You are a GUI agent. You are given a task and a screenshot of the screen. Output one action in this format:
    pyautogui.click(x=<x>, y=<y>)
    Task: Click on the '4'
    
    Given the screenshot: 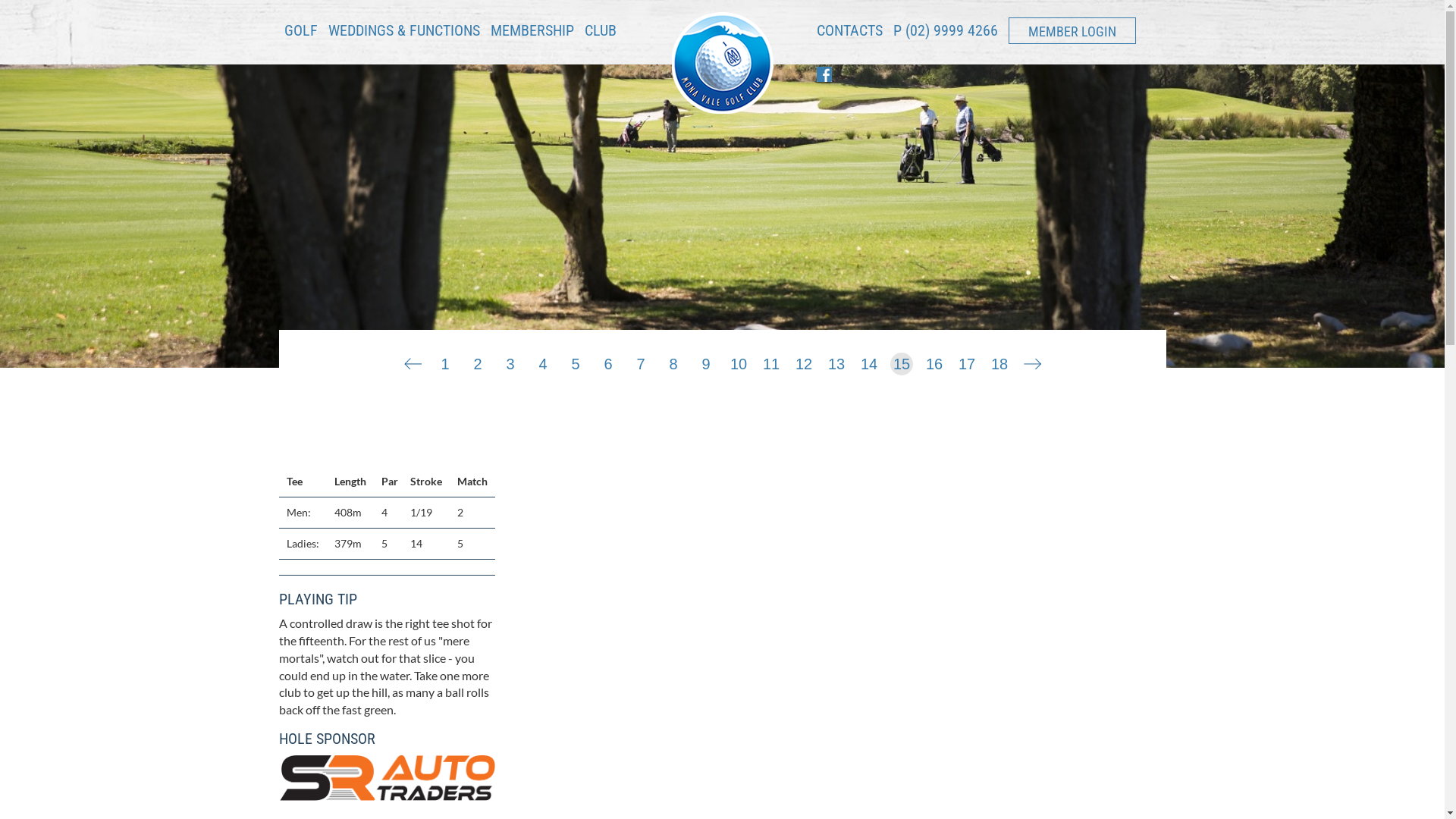 What is the action you would take?
    pyautogui.click(x=542, y=360)
    